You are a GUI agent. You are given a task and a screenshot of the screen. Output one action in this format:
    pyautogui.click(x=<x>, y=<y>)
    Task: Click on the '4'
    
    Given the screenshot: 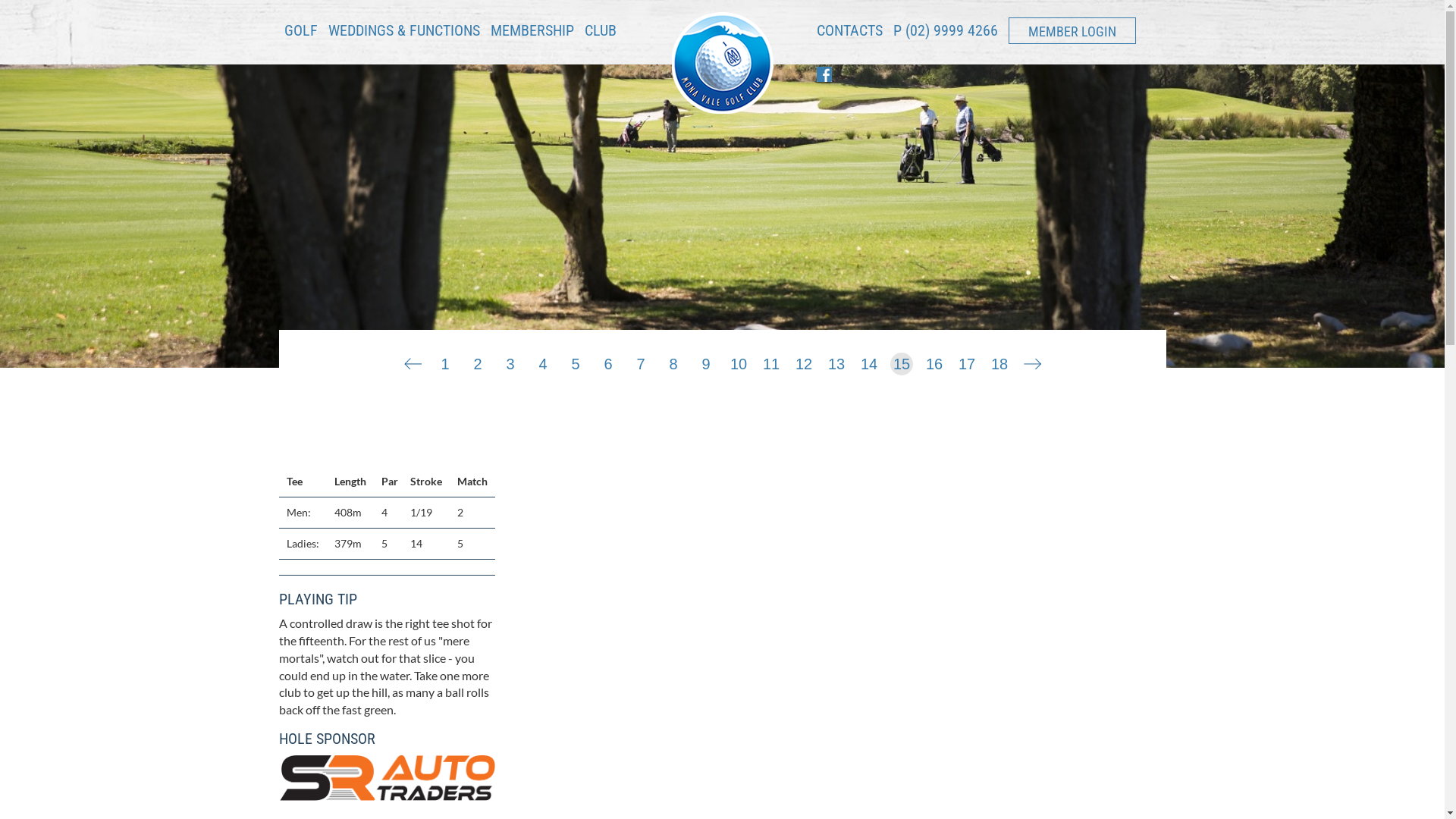 What is the action you would take?
    pyautogui.click(x=542, y=360)
    